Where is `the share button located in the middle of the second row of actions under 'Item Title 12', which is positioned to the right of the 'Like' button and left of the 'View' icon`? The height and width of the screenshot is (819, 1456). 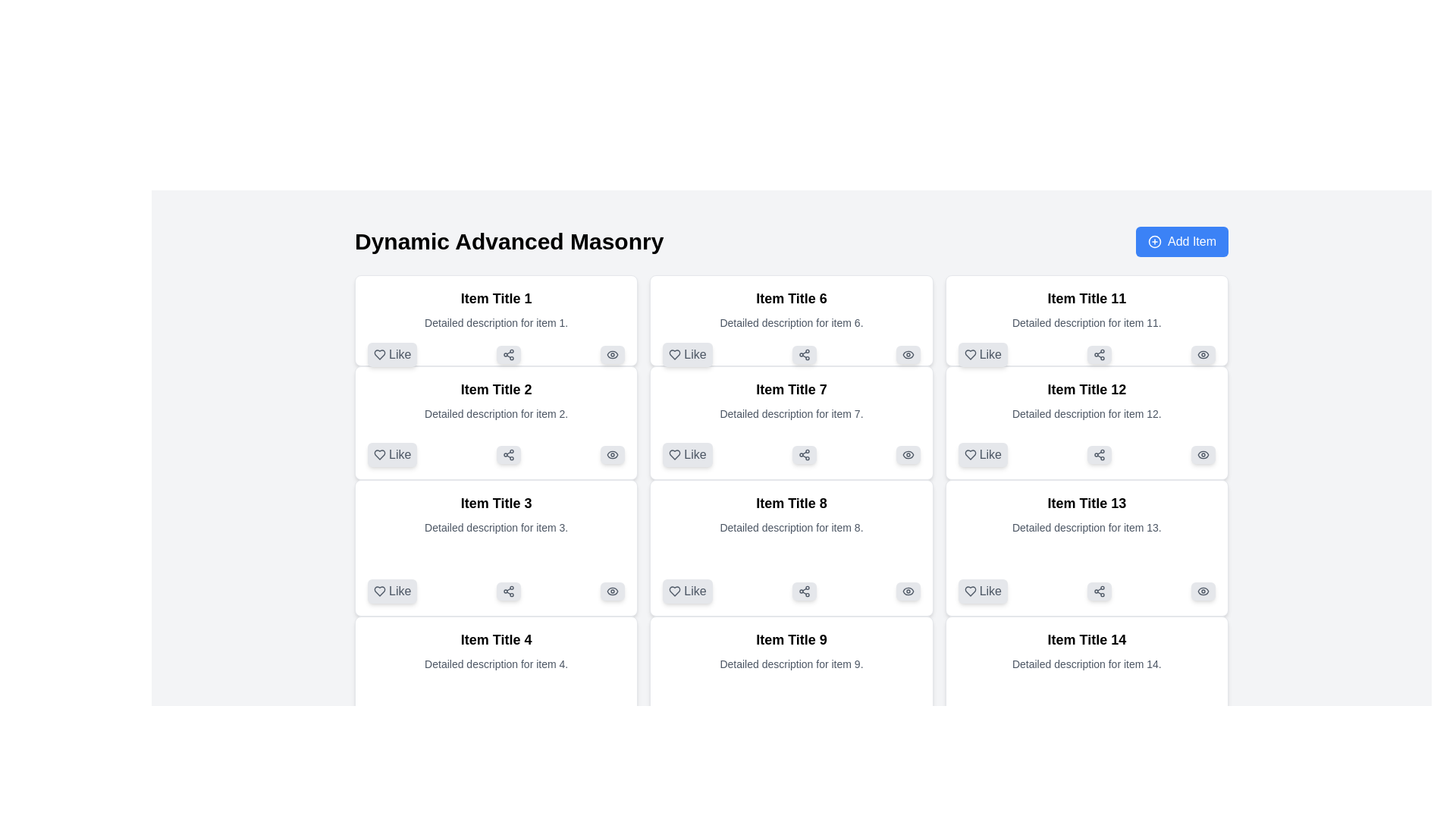 the share button located in the middle of the second row of actions under 'Item Title 12', which is positioned to the right of the 'Like' button and left of the 'View' icon is located at coordinates (1099, 454).